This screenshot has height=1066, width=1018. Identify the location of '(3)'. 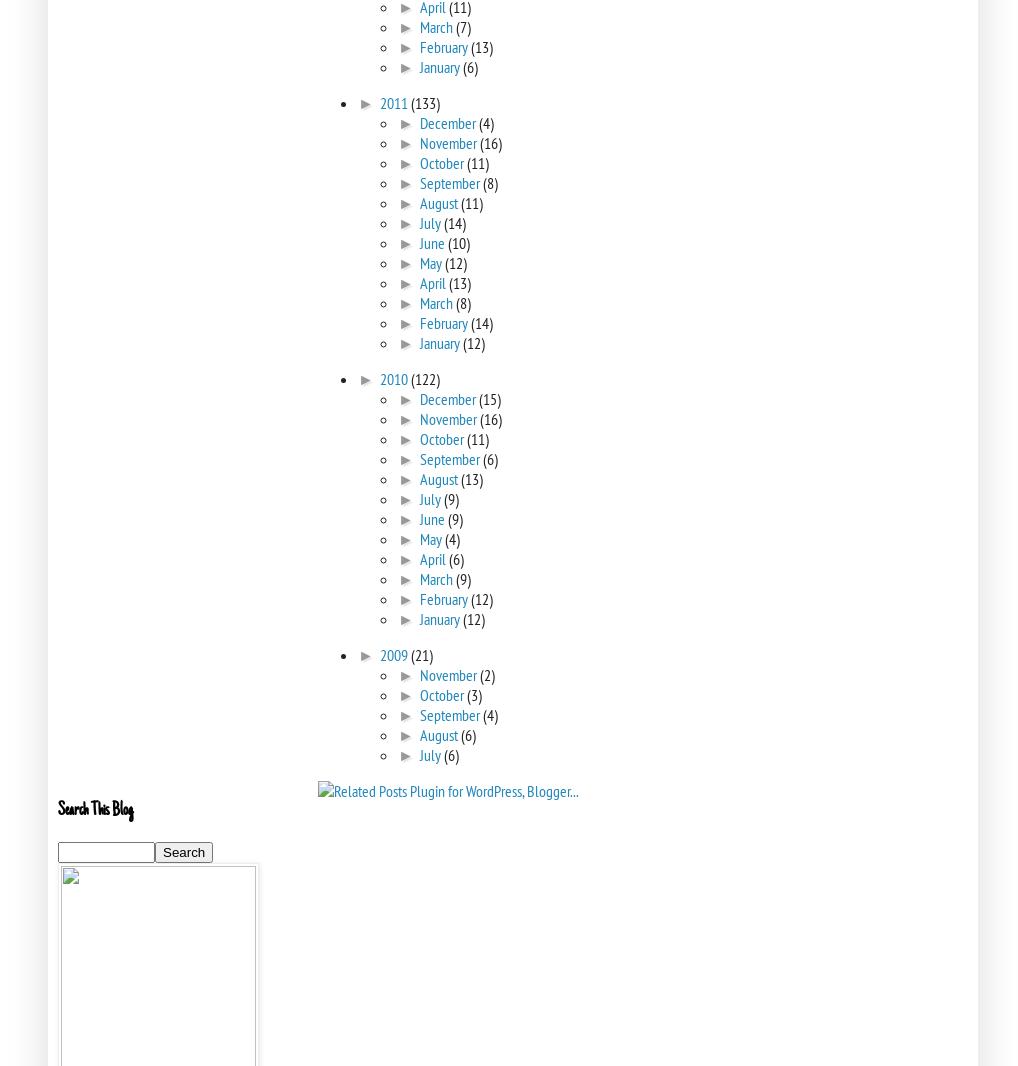
(473, 694).